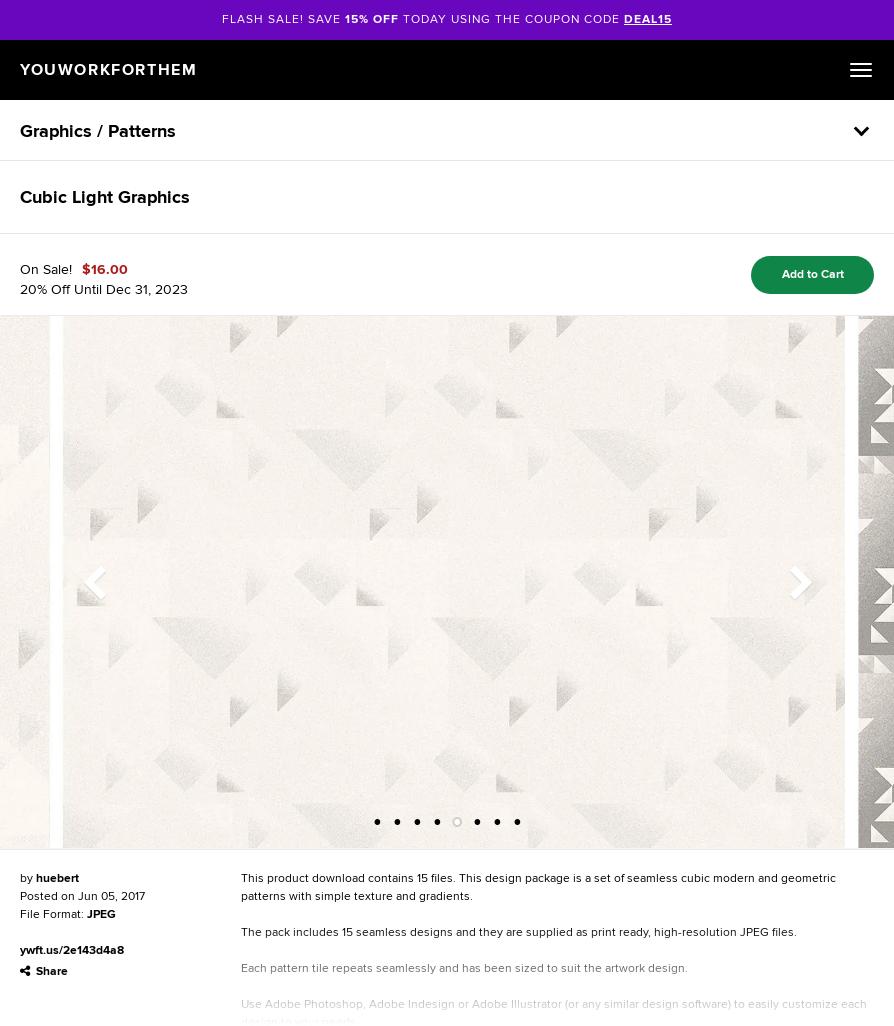  What do you see at coordinates (130, 287) in the screenshot?
I see `'Until Dec 31, 2023'` at bounding box center [130, 287].